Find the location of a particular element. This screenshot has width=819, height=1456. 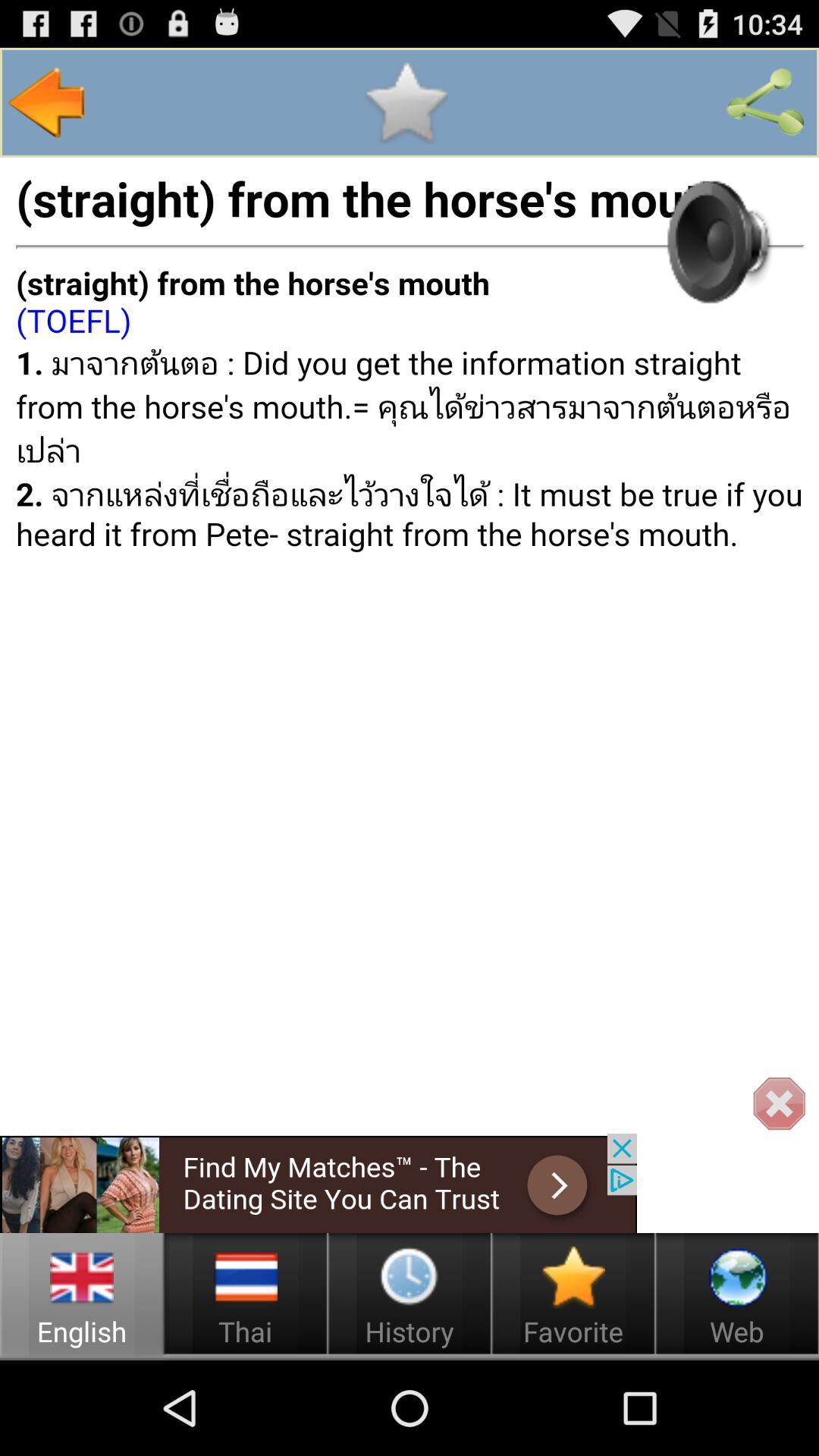

sound on is located at coordinates (715, 240).